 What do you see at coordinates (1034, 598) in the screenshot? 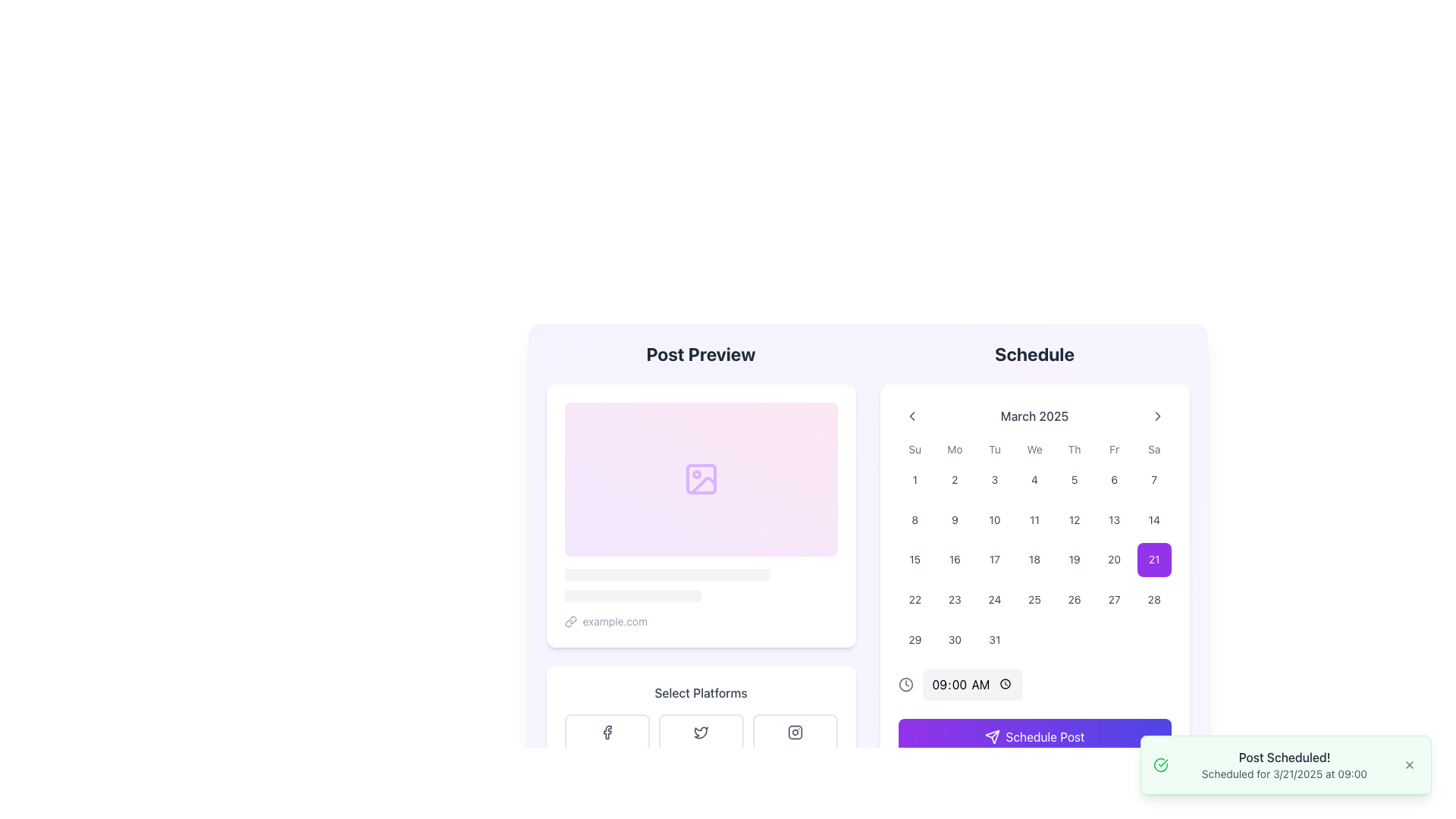
I see `the square button displaying the number '25' in gray color located in the 'Schedule' section of the calendar layout` at bounding box center [1034, 598].